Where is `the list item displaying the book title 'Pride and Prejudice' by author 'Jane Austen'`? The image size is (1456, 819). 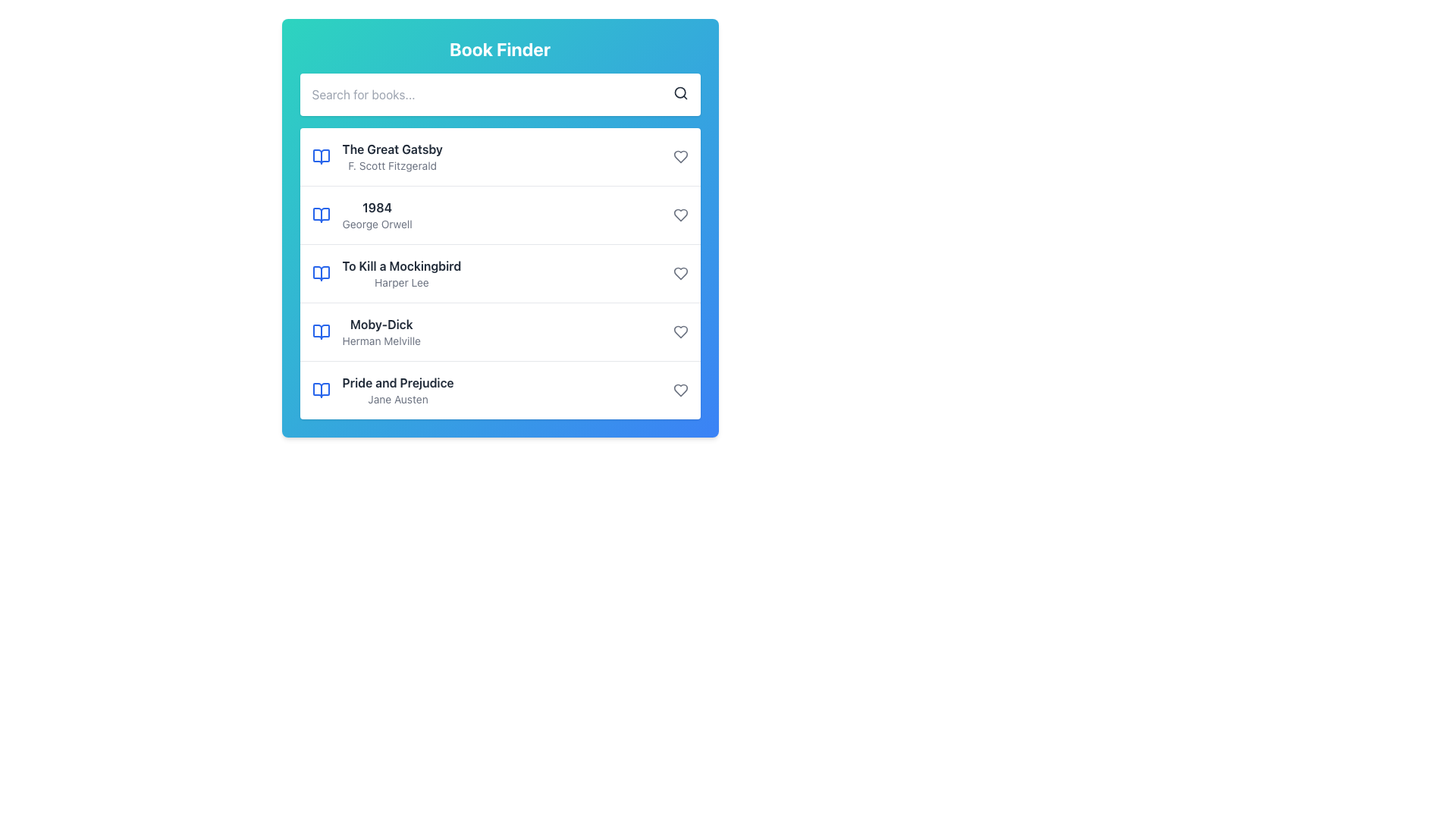
the list item displaying the book title 'Pride and Prejudice' by author 'Jane Austen' is located at coordinates (500, 389).